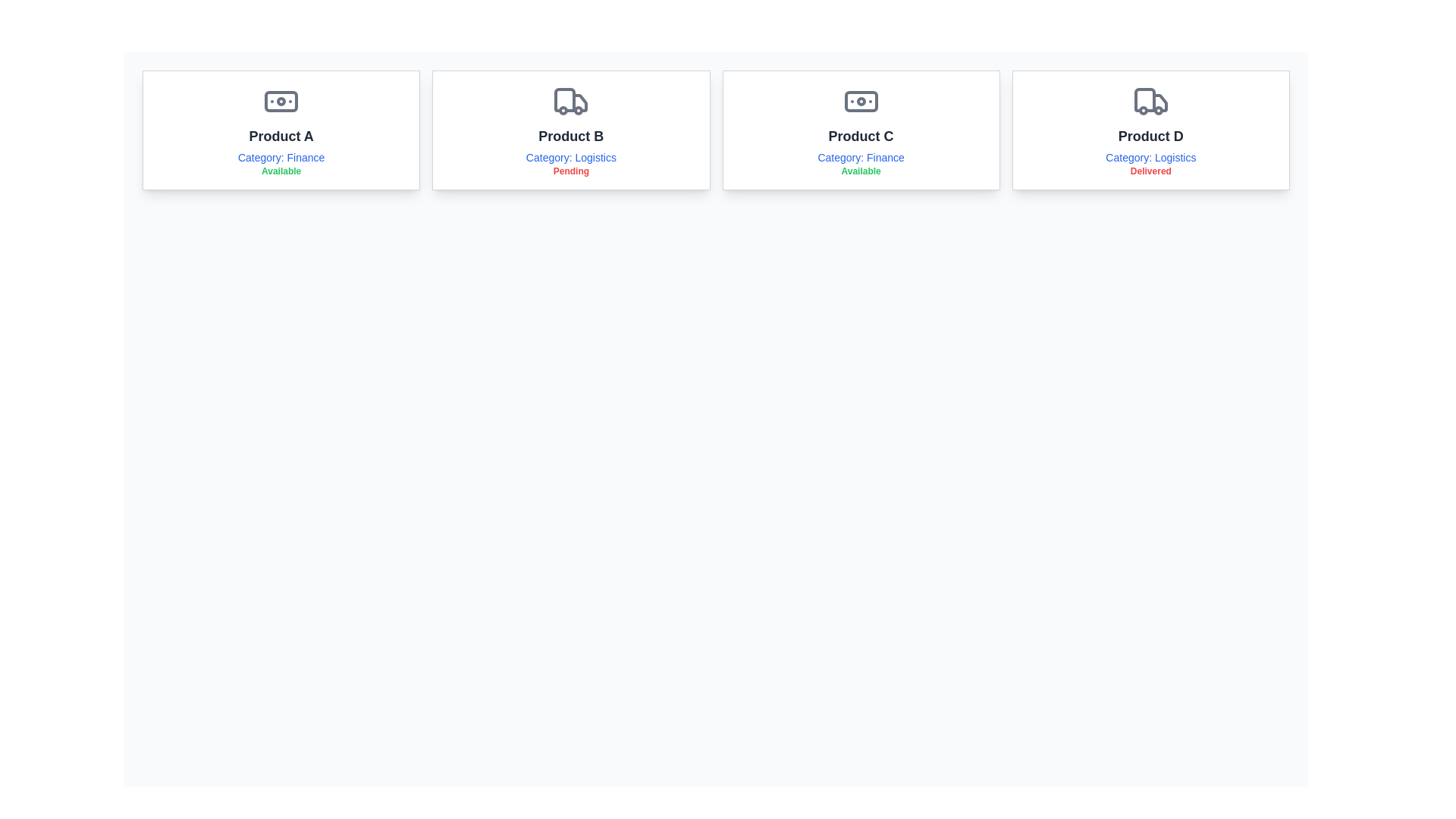  I want to click on the 'Delivered' status label in red text at the bottom of the 'Product D' card, so click(1150, 171).